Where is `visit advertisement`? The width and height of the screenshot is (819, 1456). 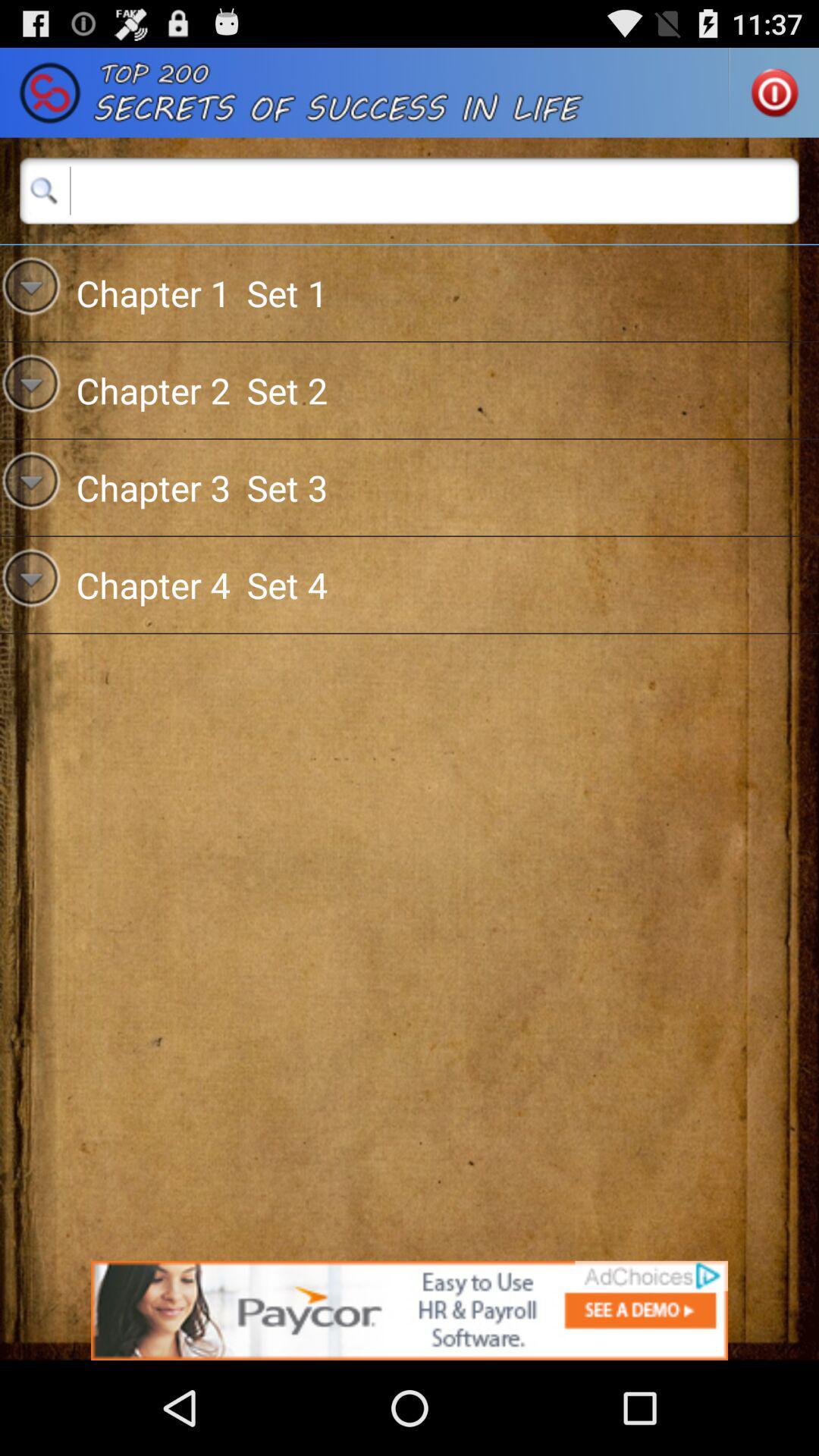 visit advertisement is located at coordinates (409, 1310).